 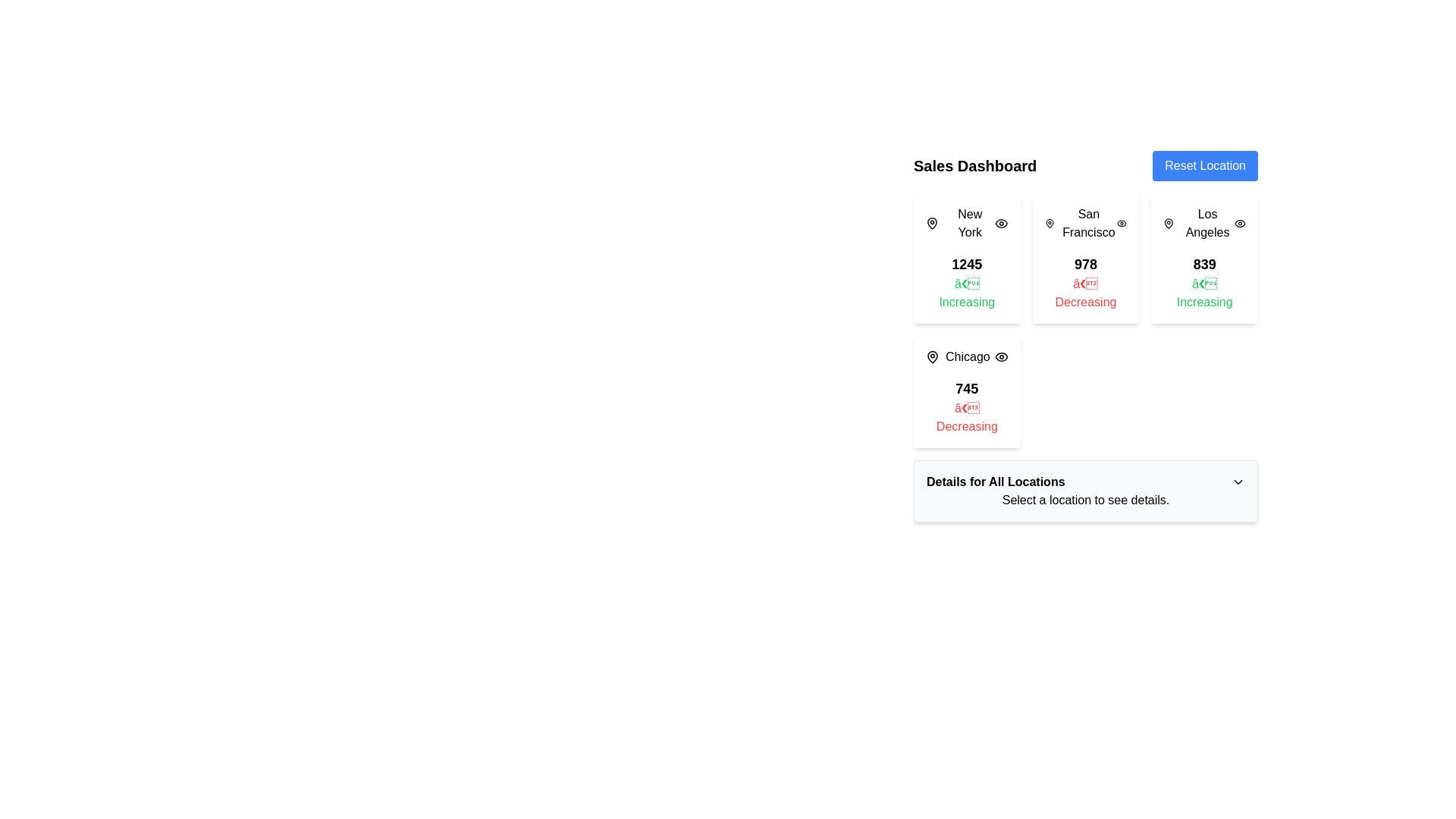 What do you see at coordinates (1084, 263) in the screenshot?
I see `the Static Text Display that shows a numerical statistic related to 'San Francisco', positioned below the 'San Francisco' label and above the 'Decreasing' text` at bounding box center [1084, 263].